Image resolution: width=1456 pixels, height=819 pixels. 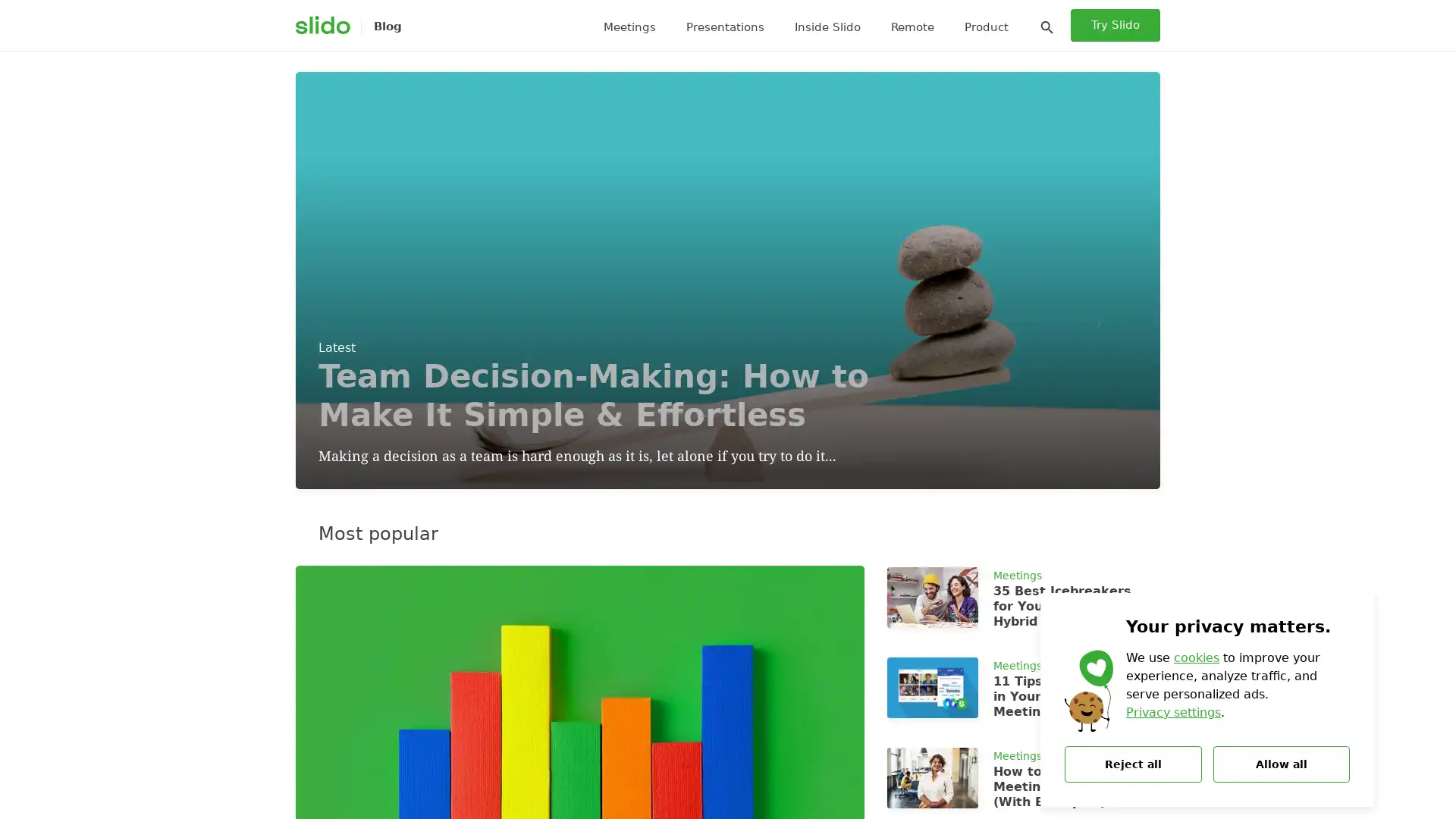 I want to click on Reject all, so click(x=1132, y=764).